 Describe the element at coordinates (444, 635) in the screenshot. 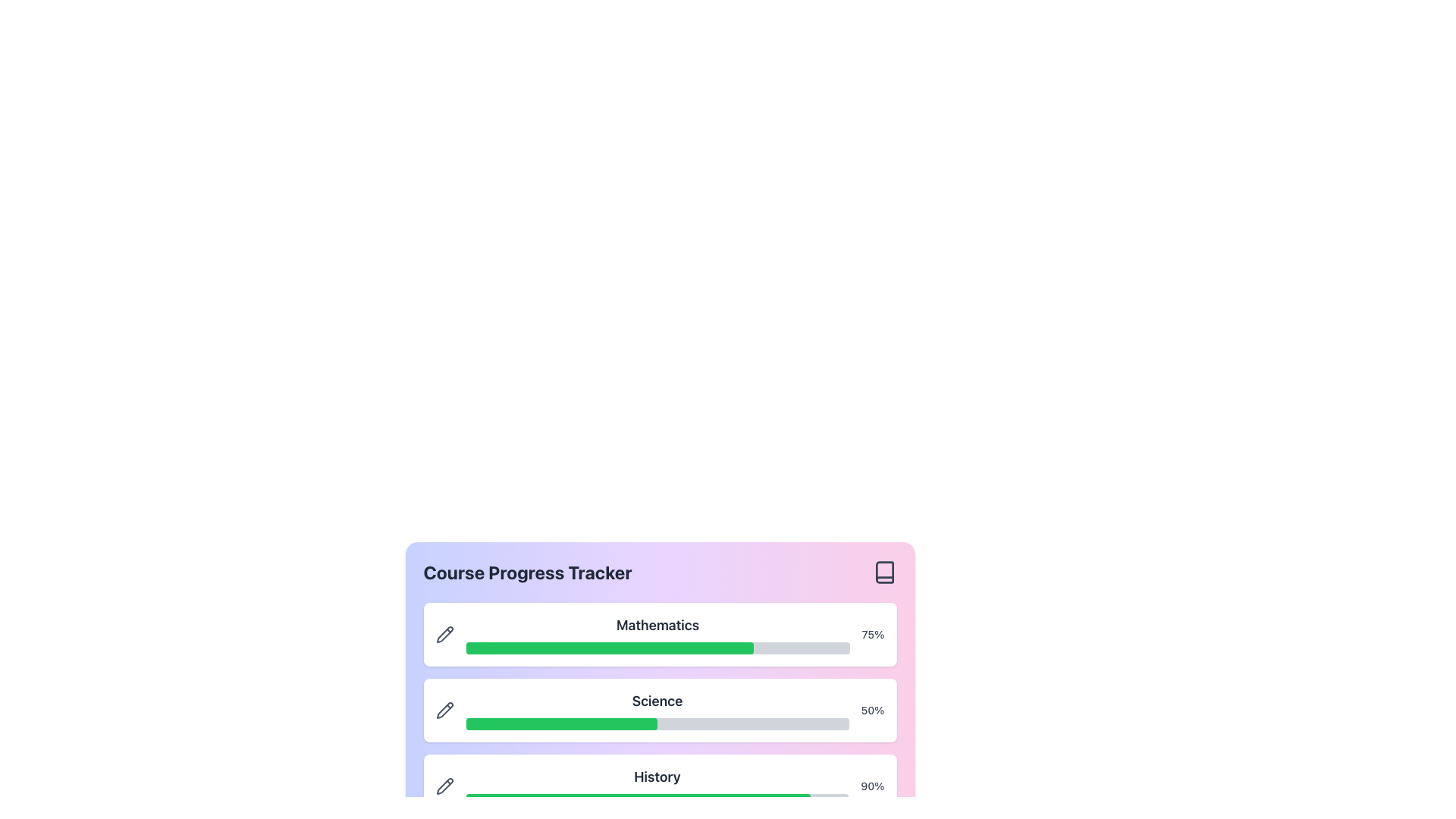

I see `the pencil icon located to the left of the Science progress bar in the Course Progress Tracker interface` at that location.